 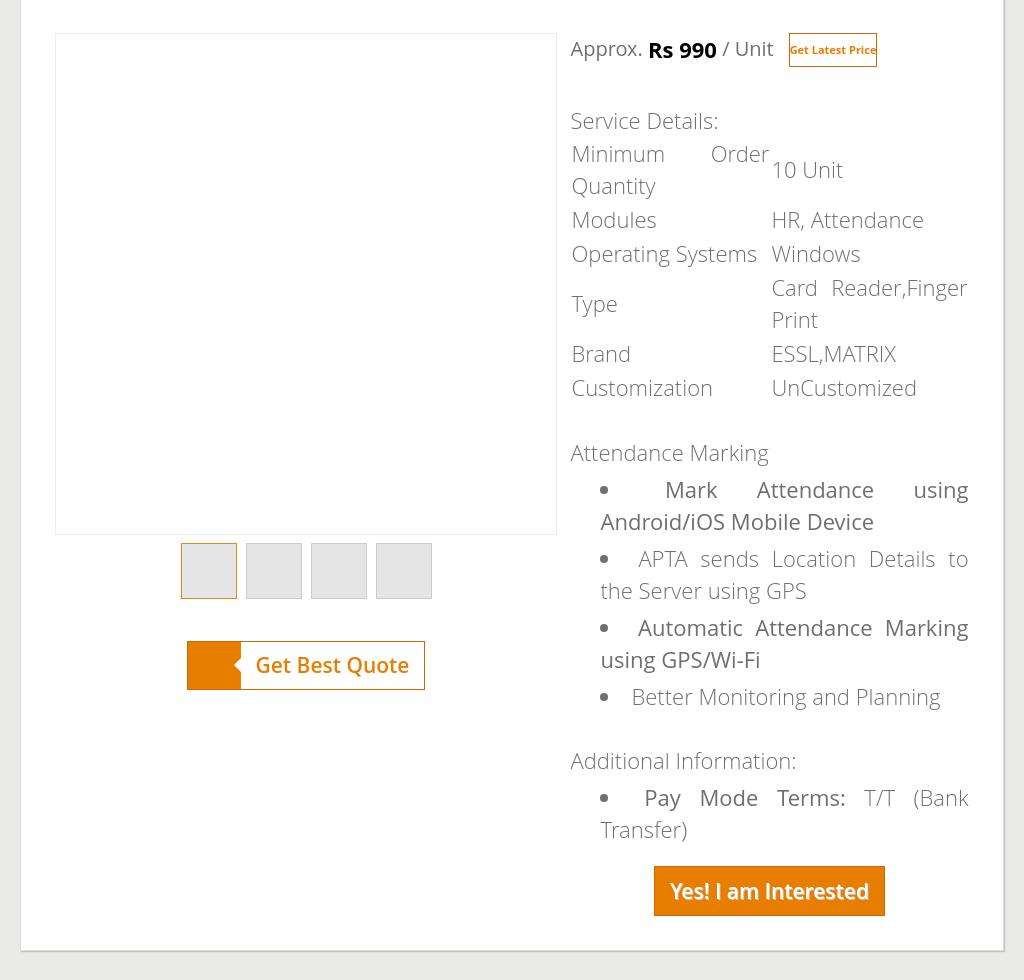 I want to click on 'Windows', so click(x=770, y=253).